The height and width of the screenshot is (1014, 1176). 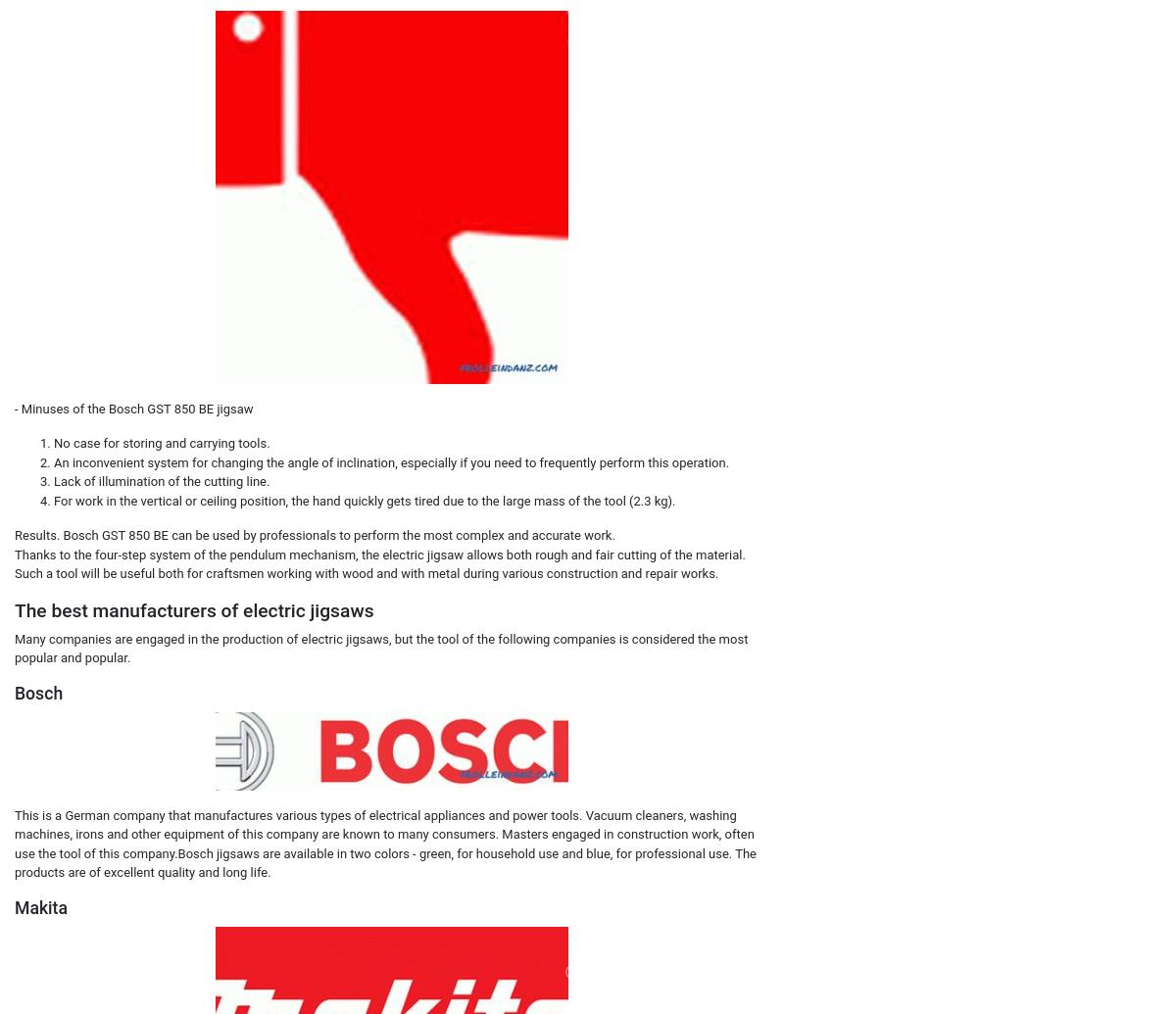 I want to click on 'Makita', so click(x=41, y=906).